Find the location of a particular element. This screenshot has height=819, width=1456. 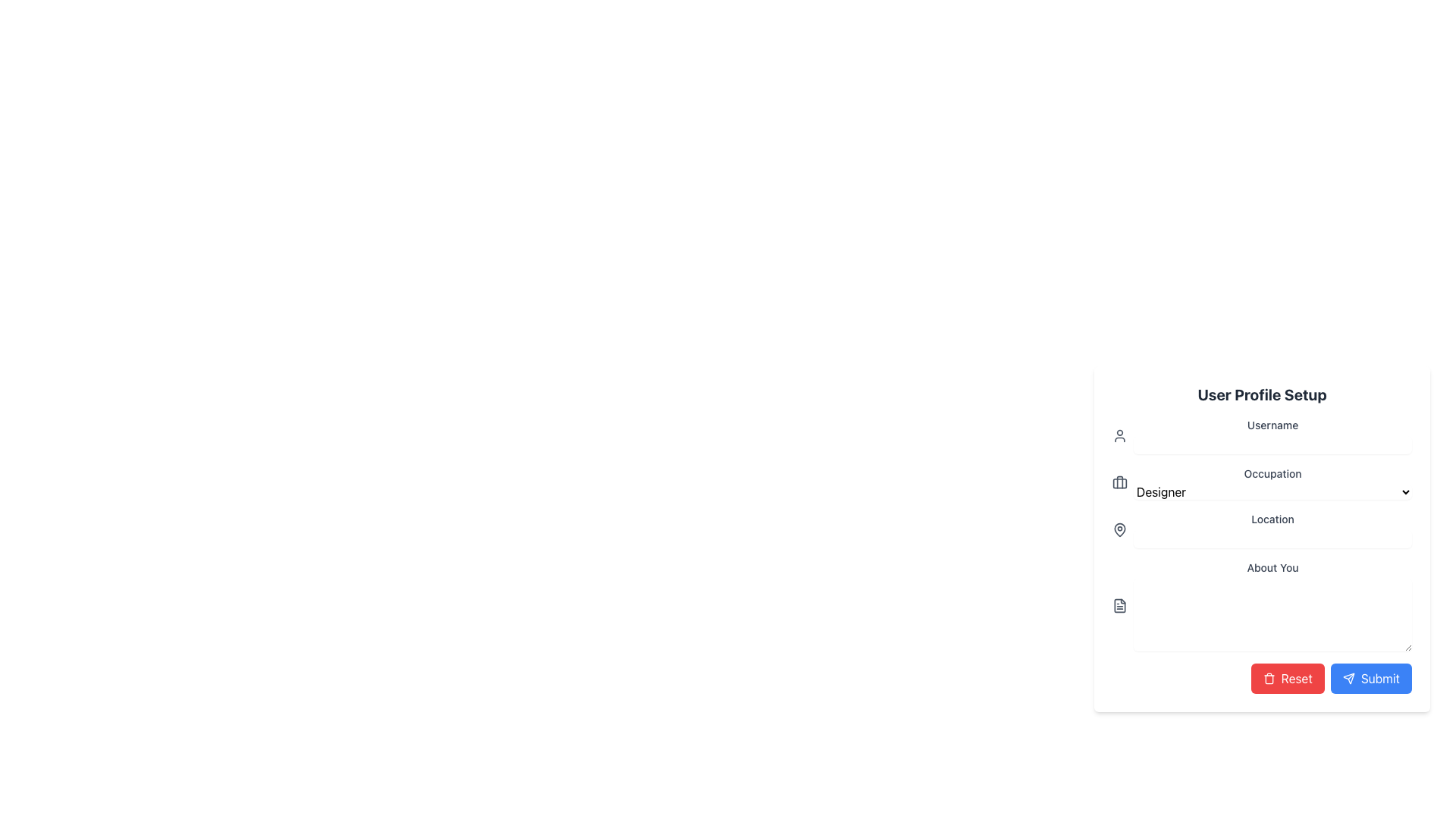

the second button in the button group at the bottom-right corner of the form for keyboard interaction is located at coordinates (1371, 677).